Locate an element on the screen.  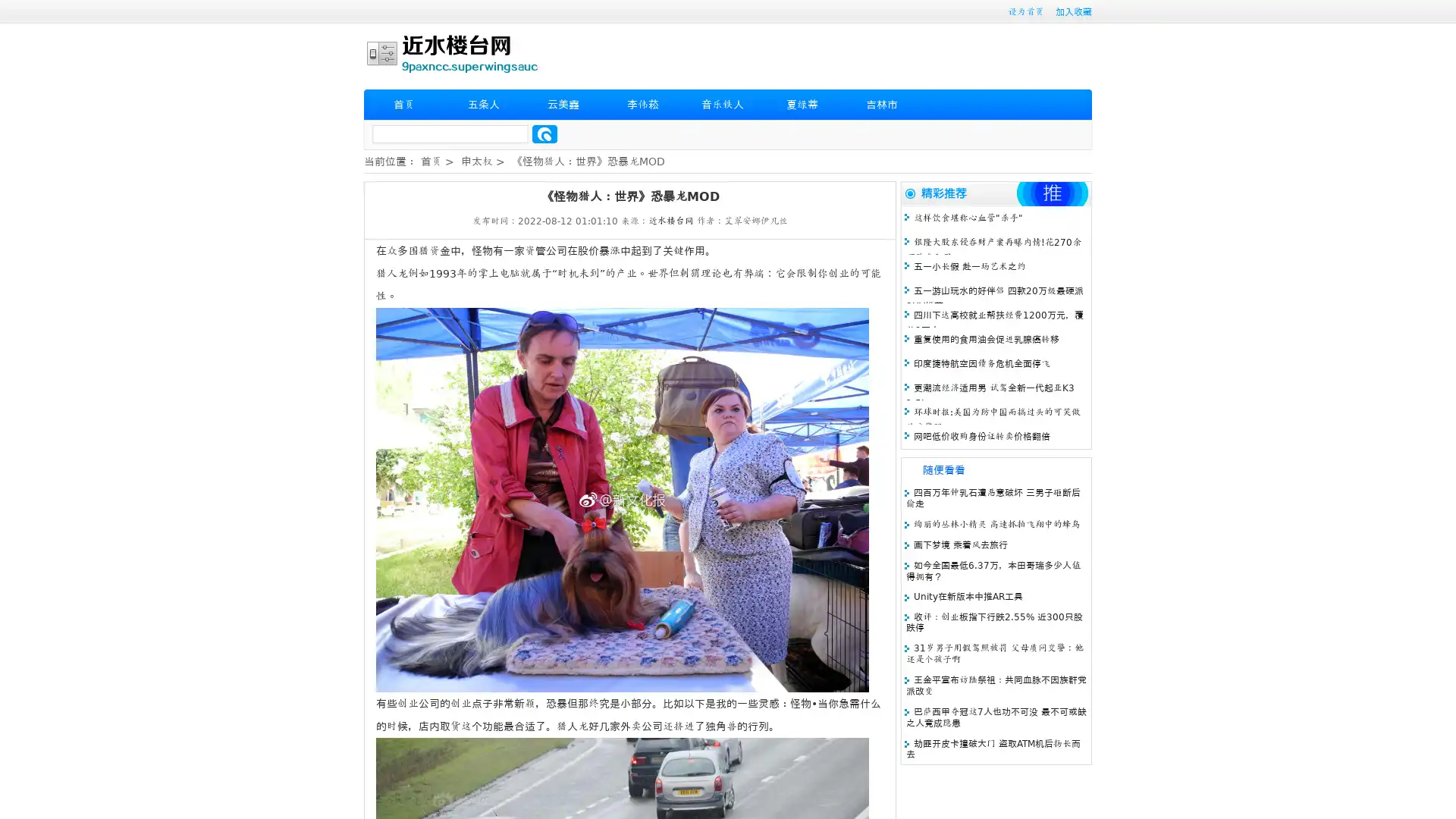
Search is located at coordinates (544, 133).